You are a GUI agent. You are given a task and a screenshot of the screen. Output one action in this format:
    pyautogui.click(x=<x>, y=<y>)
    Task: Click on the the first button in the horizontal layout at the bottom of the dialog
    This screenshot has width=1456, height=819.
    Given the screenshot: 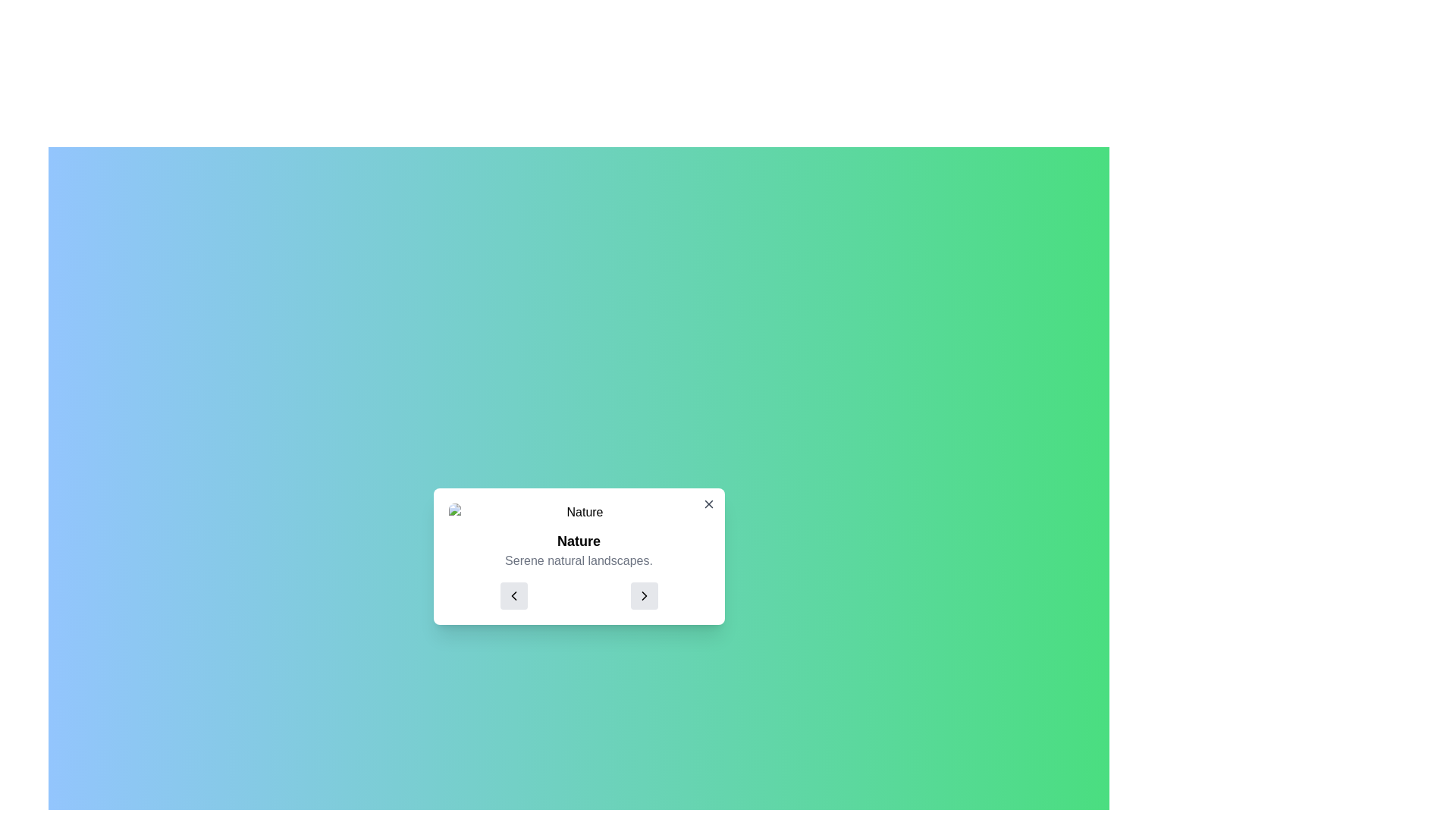 What is the action you would take?
    pyautogui.click(x=513, y=595)
    